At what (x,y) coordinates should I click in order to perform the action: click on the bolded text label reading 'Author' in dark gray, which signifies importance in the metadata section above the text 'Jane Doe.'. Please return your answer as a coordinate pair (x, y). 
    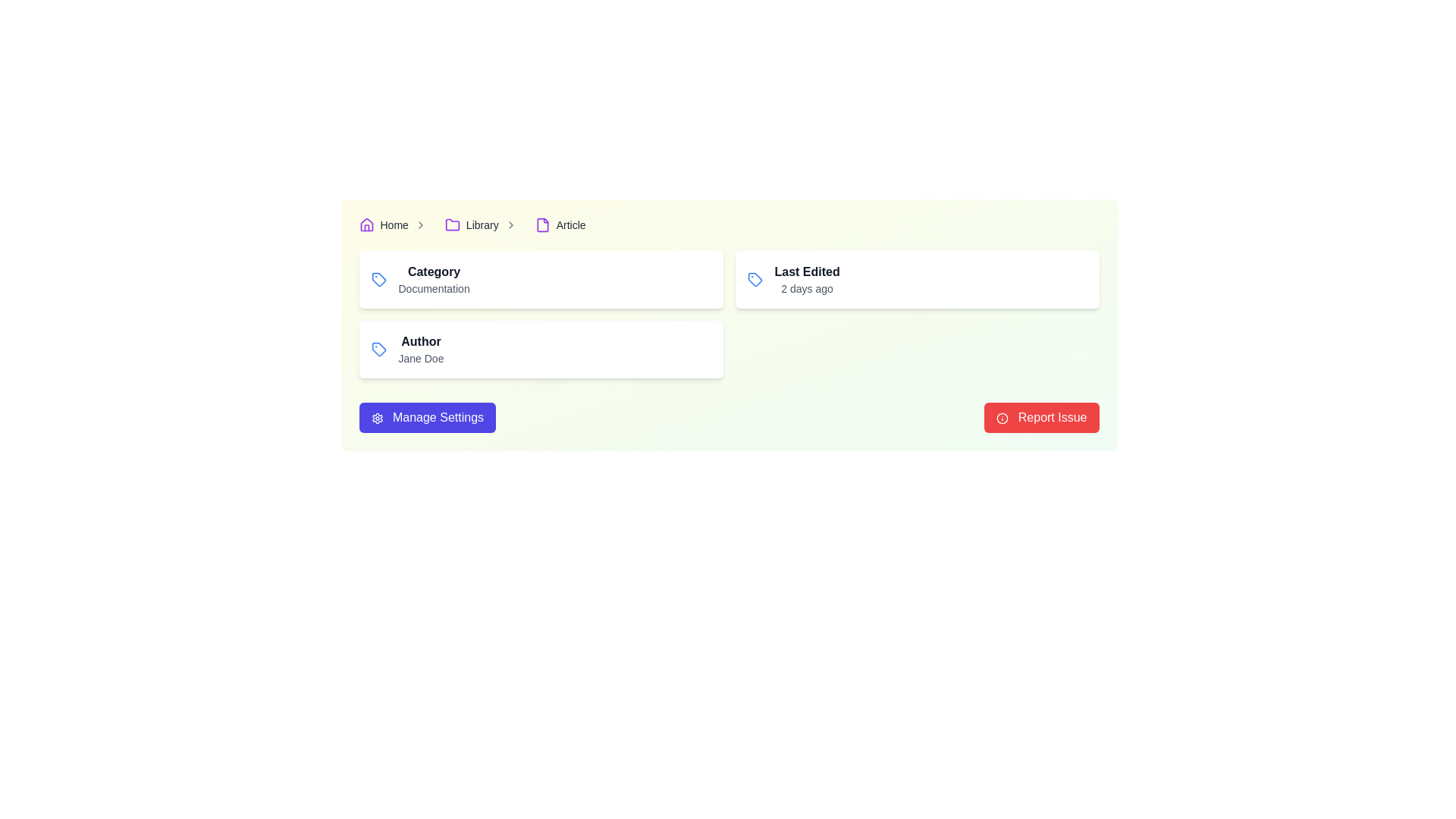
    Looking at the image, I should click on (421, 342).